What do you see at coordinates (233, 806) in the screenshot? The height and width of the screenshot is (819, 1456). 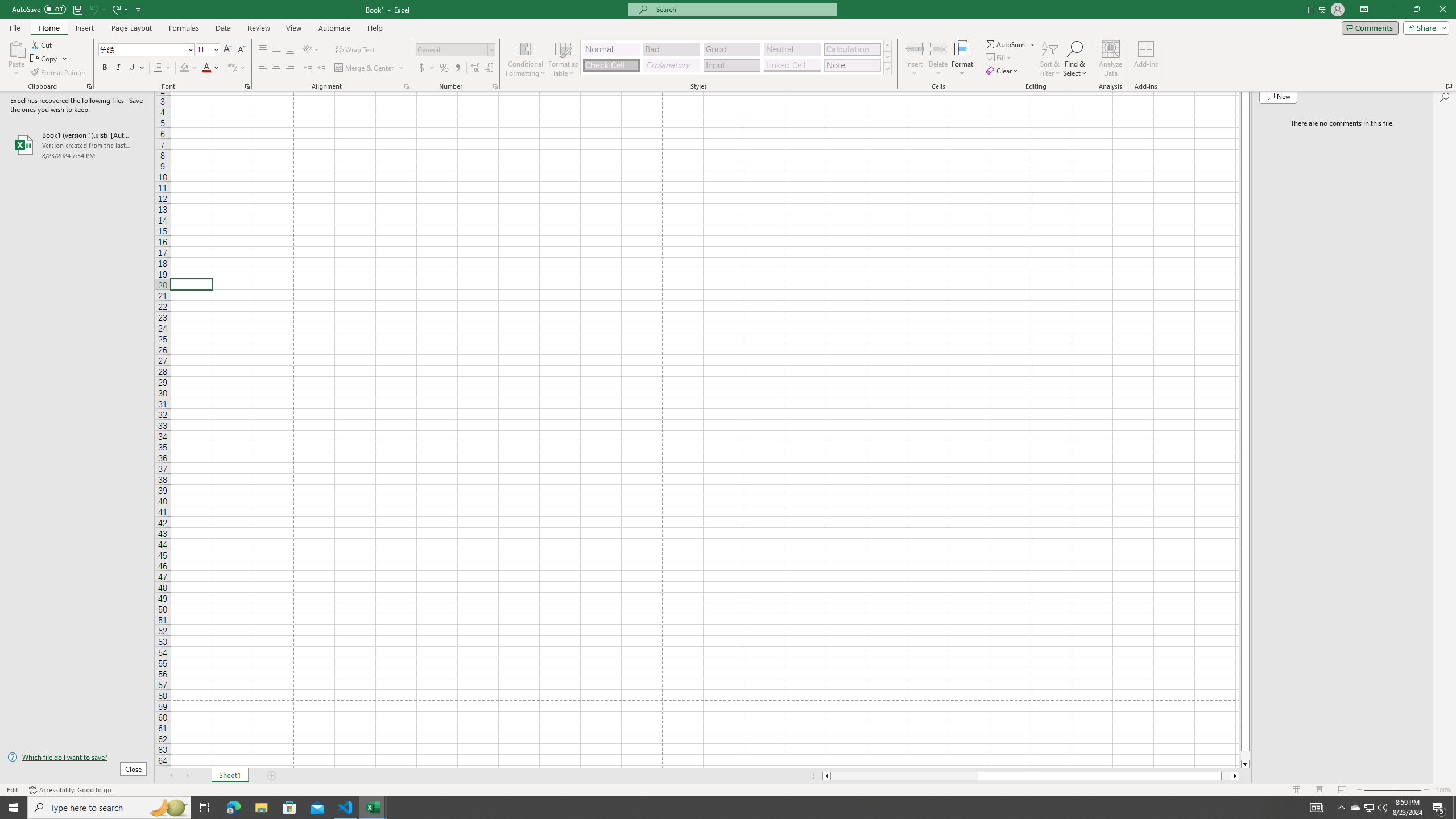 I see `'Microsoft Edge'` at bounding box center [233, 806].